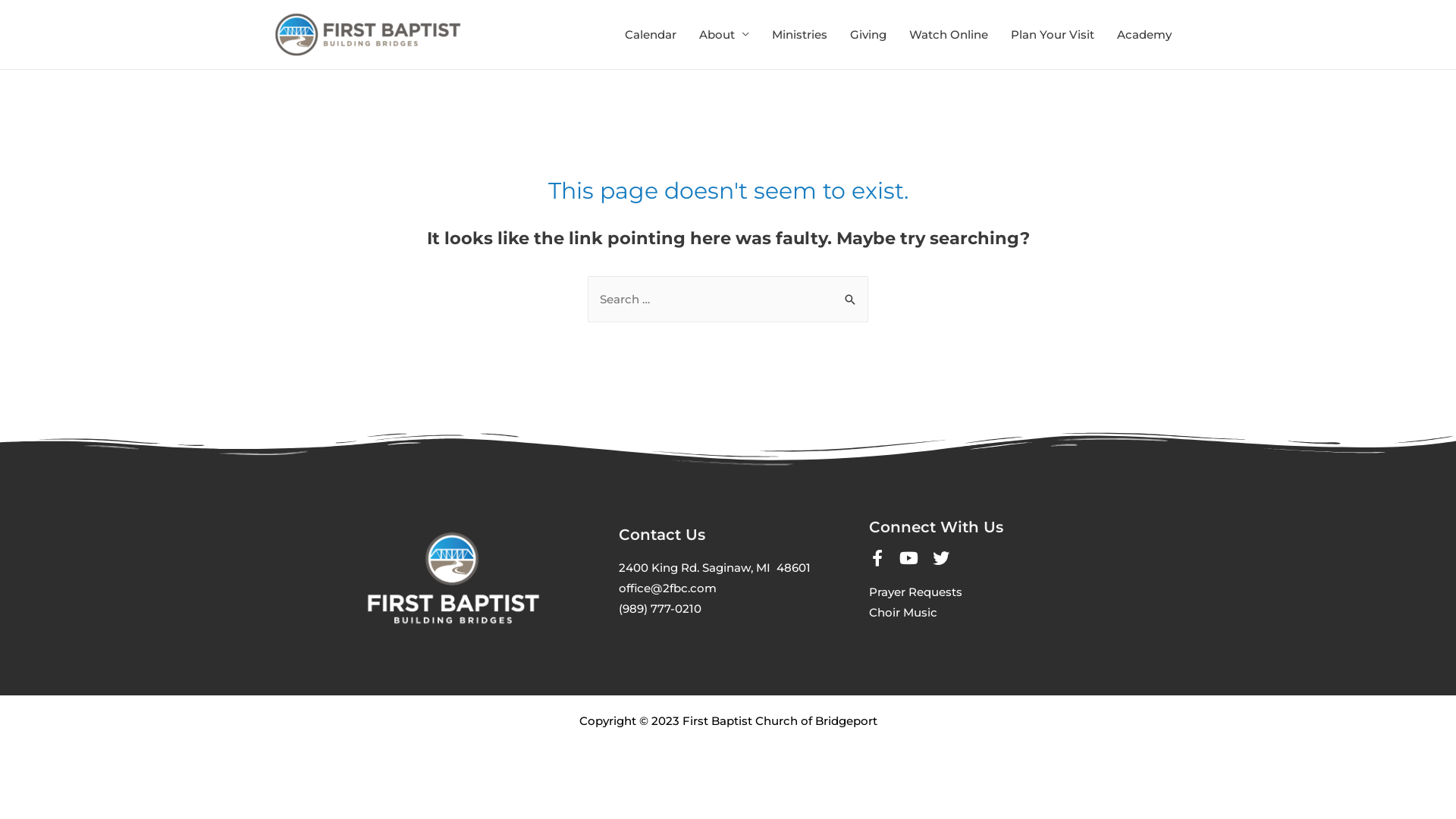  What do you see at coordinates (1144, 34) in the screenshot?
I see `'Academy'` at bounding box center [1144, 34].